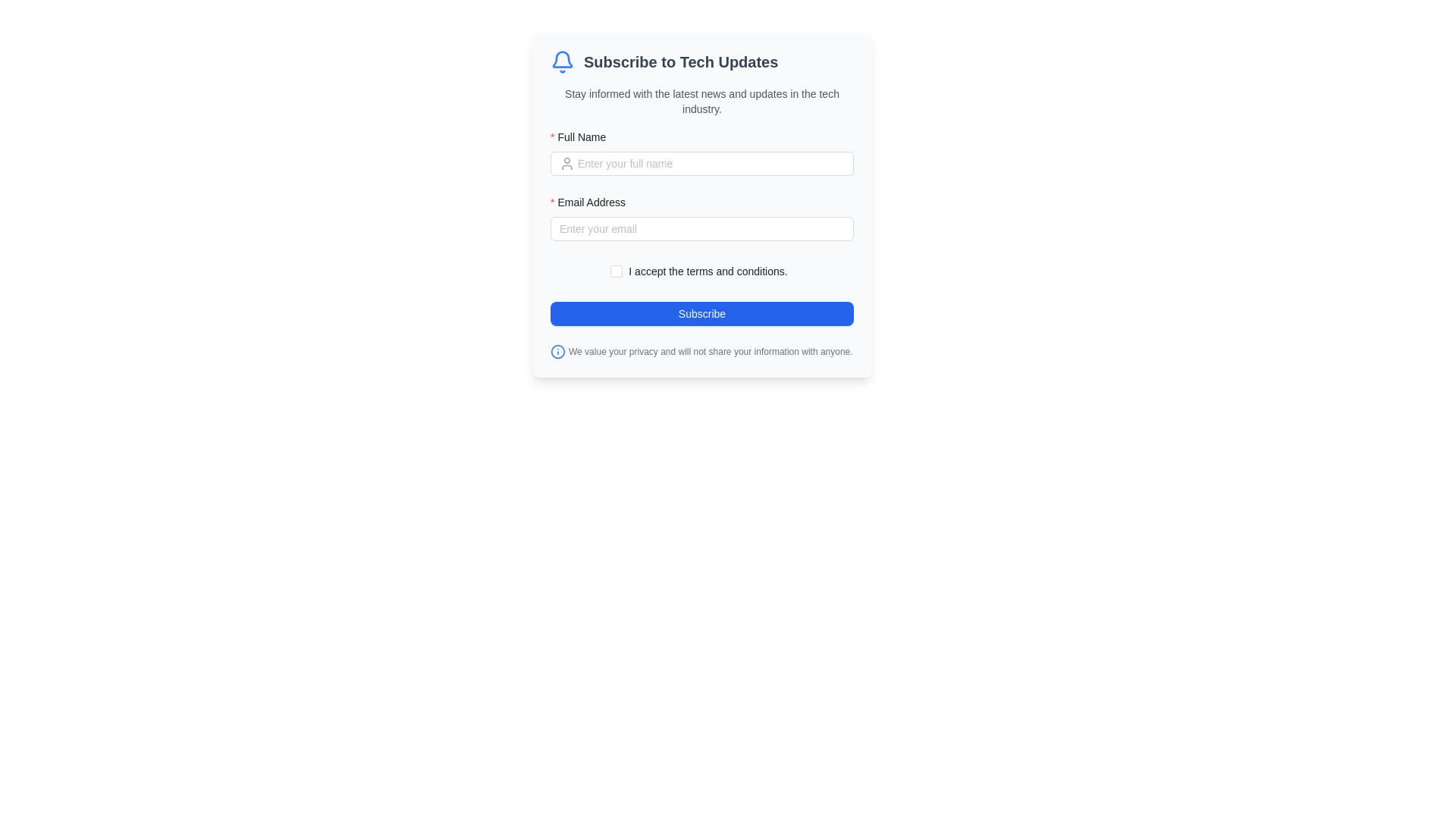 The height and width of the screenshot is (819, 1456). I want to click on the 'Full Name' label, which is prominently displayed in bold font with a red asterisk, located near the top left of the 'Subscribe to Tech Updates' form, so click(582, 137).